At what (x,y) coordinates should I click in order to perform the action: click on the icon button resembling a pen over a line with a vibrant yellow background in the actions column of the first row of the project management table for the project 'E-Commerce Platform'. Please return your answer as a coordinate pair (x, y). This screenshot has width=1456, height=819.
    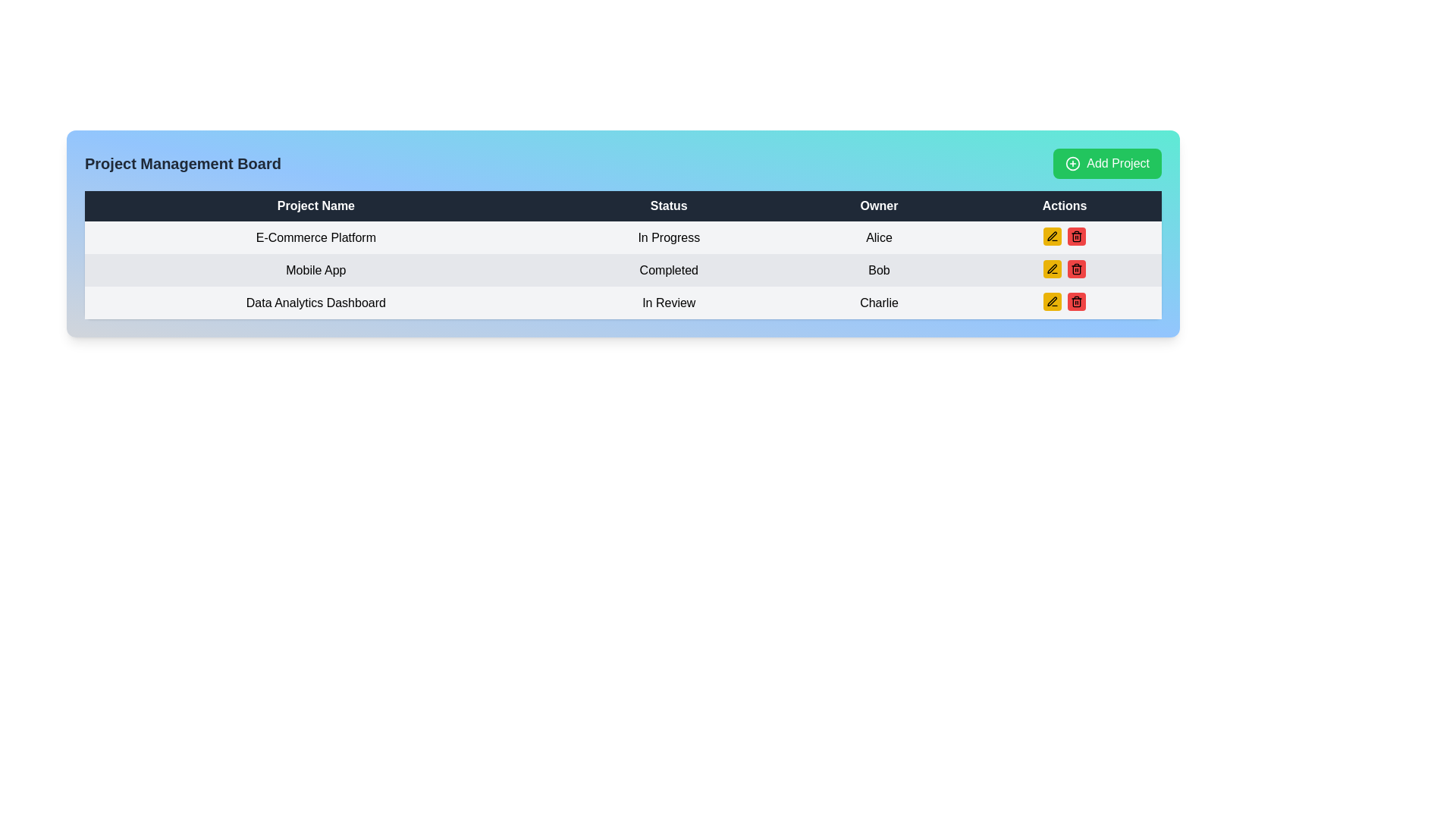
    Looking at the image, I should click on (1051, 237).